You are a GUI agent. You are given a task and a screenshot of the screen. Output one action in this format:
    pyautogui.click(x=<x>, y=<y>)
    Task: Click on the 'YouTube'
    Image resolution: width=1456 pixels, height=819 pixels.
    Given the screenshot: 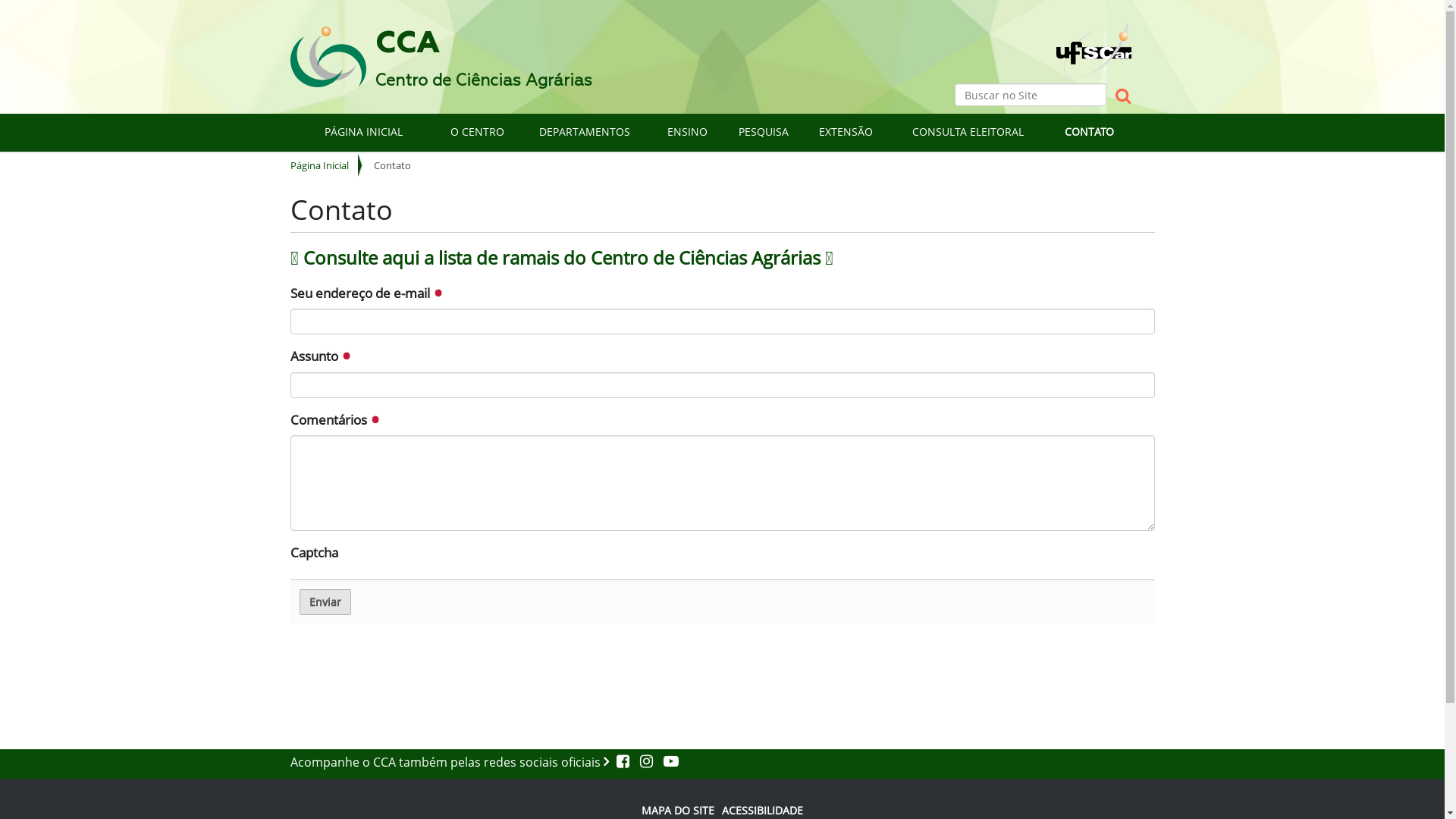 What is the action you would take?
    pyautogui.click(x=666, y=762)
    